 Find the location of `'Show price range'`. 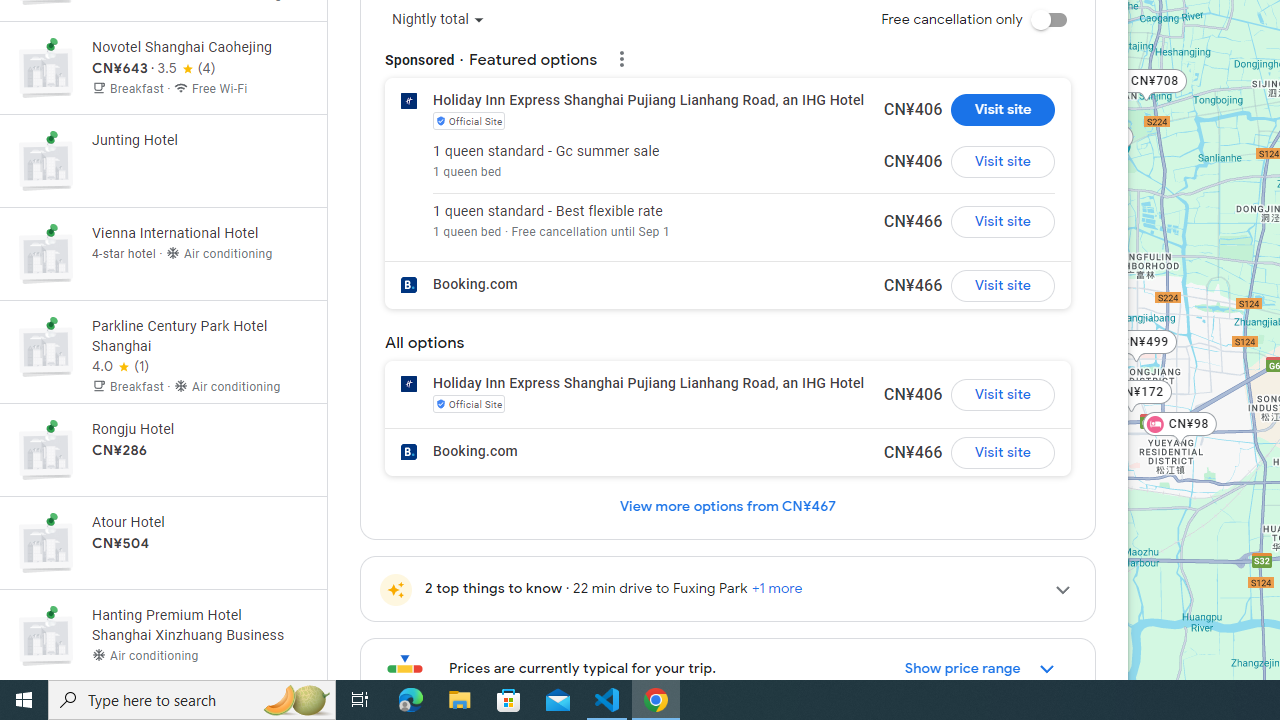

'Show price range' is located at coordinates (980, 668).